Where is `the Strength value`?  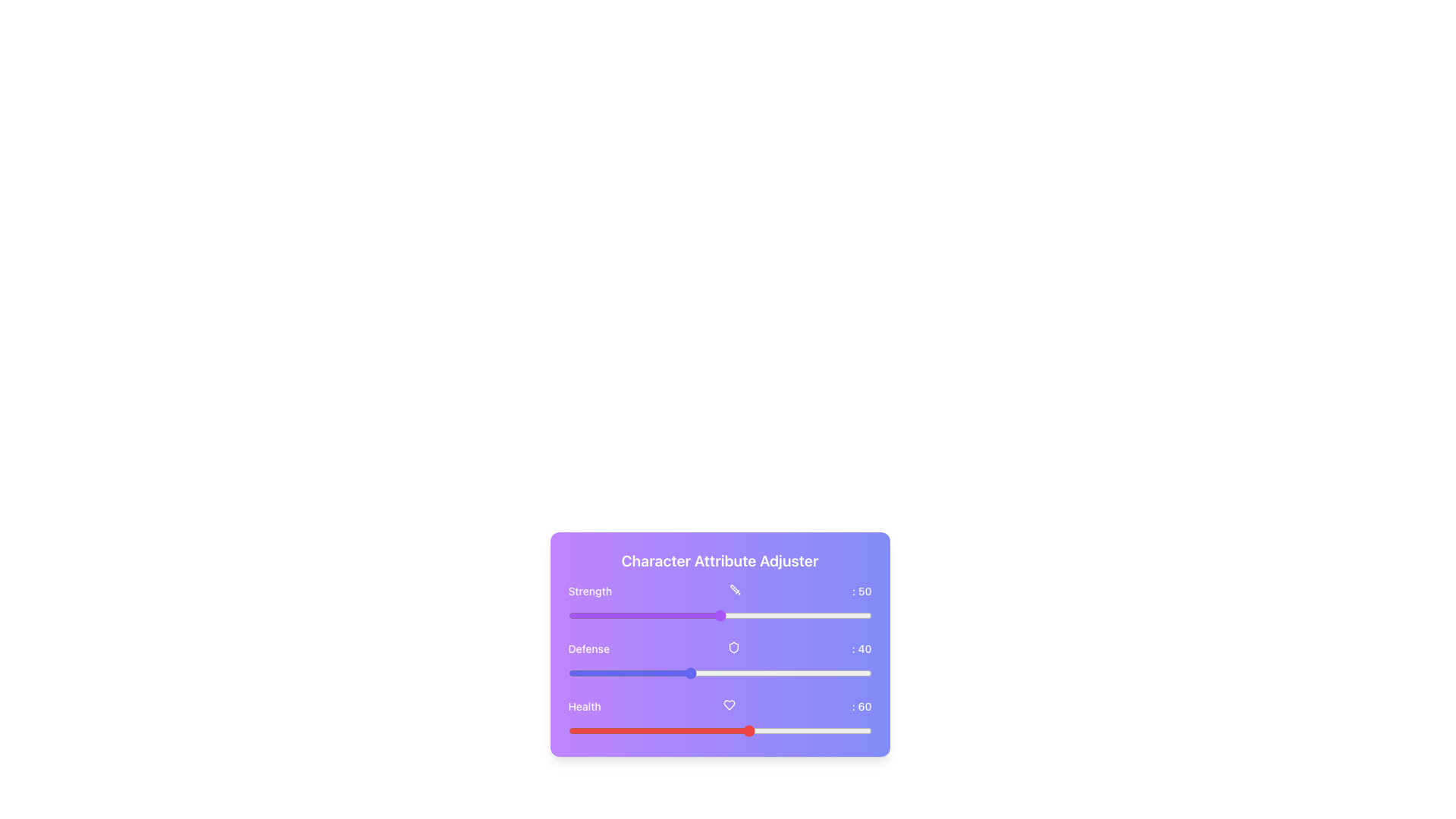
the Strength value is located at coordinates (753, 616).